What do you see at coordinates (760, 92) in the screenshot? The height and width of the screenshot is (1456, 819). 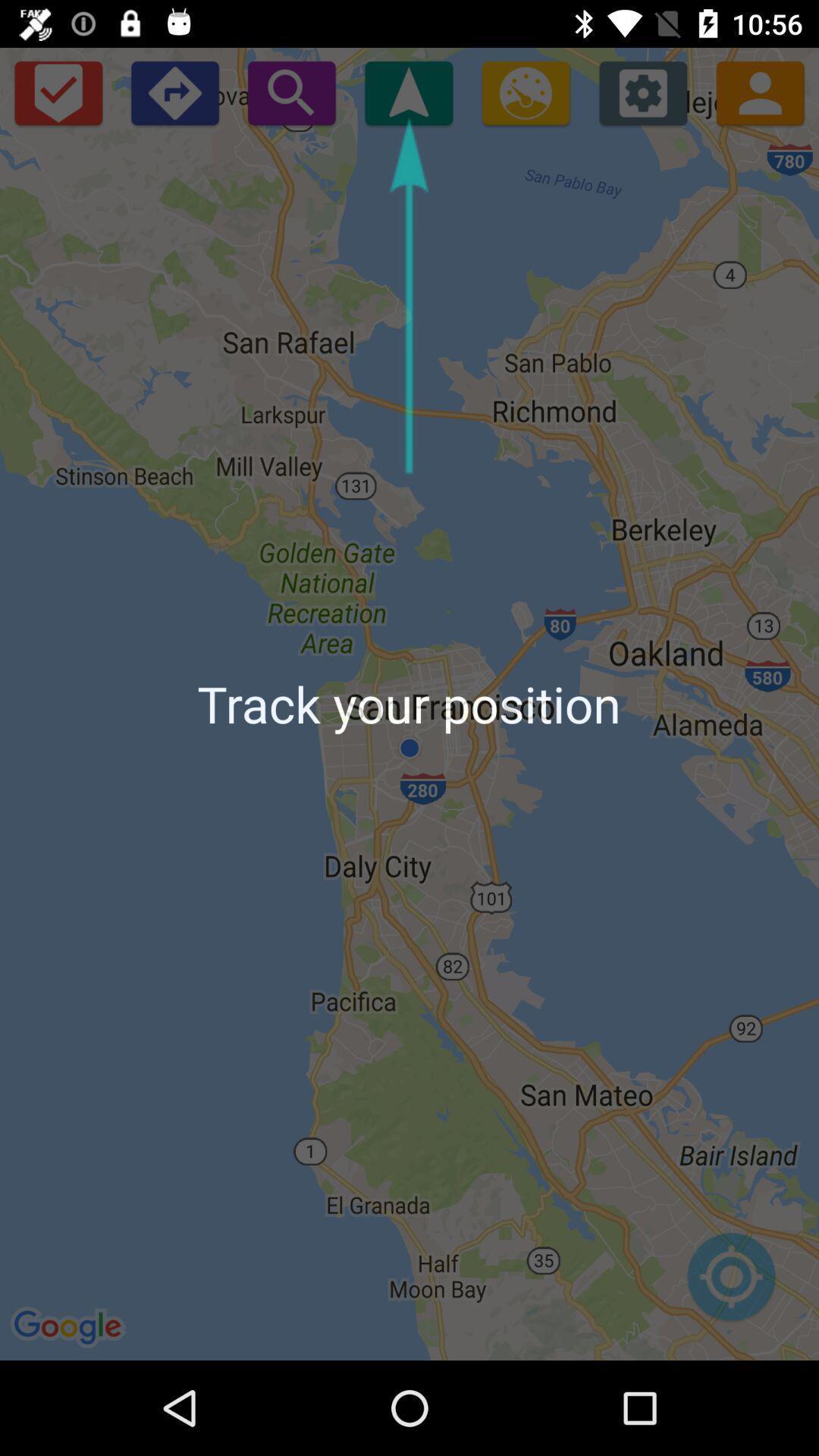 I see `the avatar icon` at bounding box center [760, 92].